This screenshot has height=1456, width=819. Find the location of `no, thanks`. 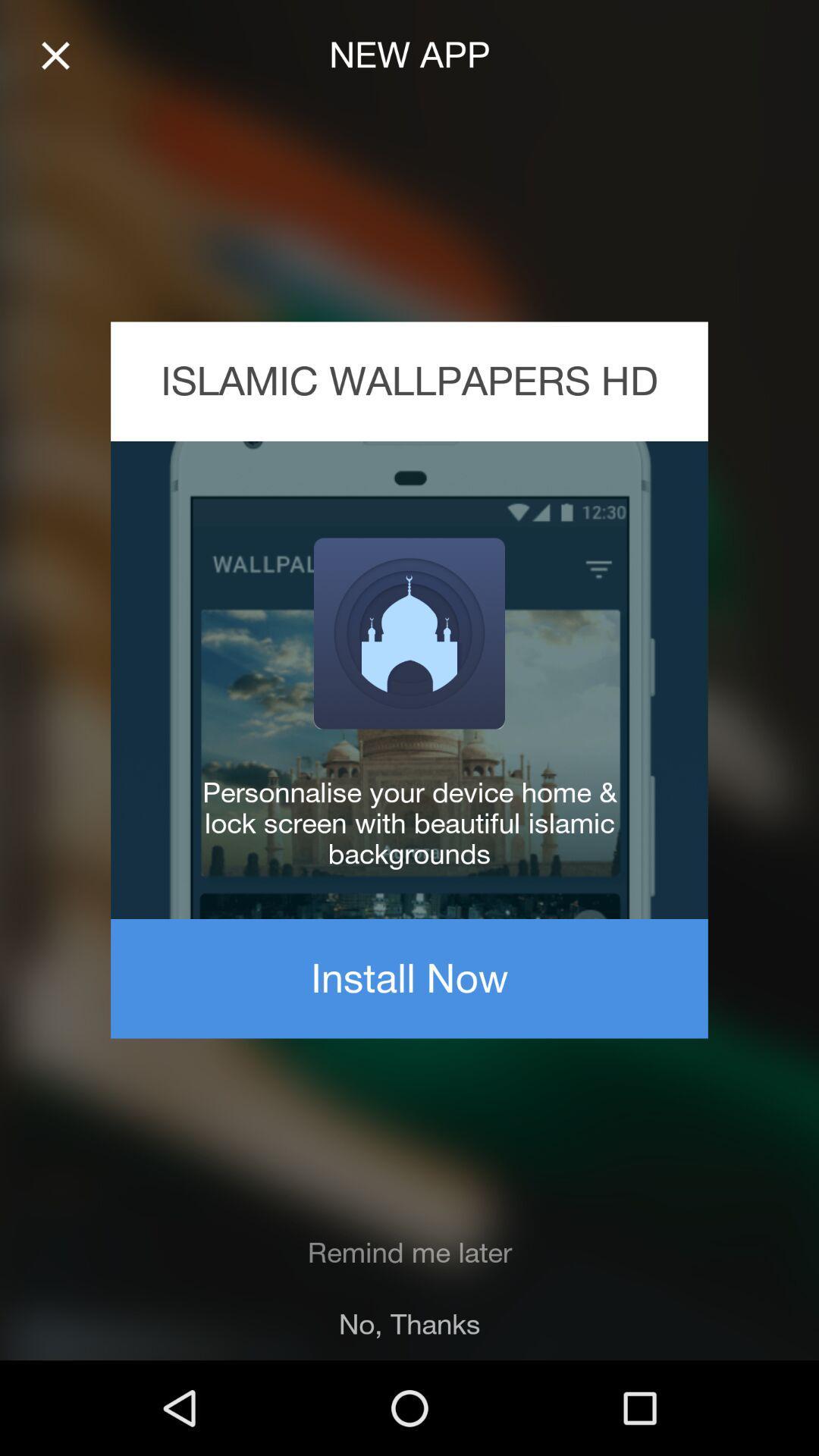

no, thanks is located at coordinates (409, 1323).